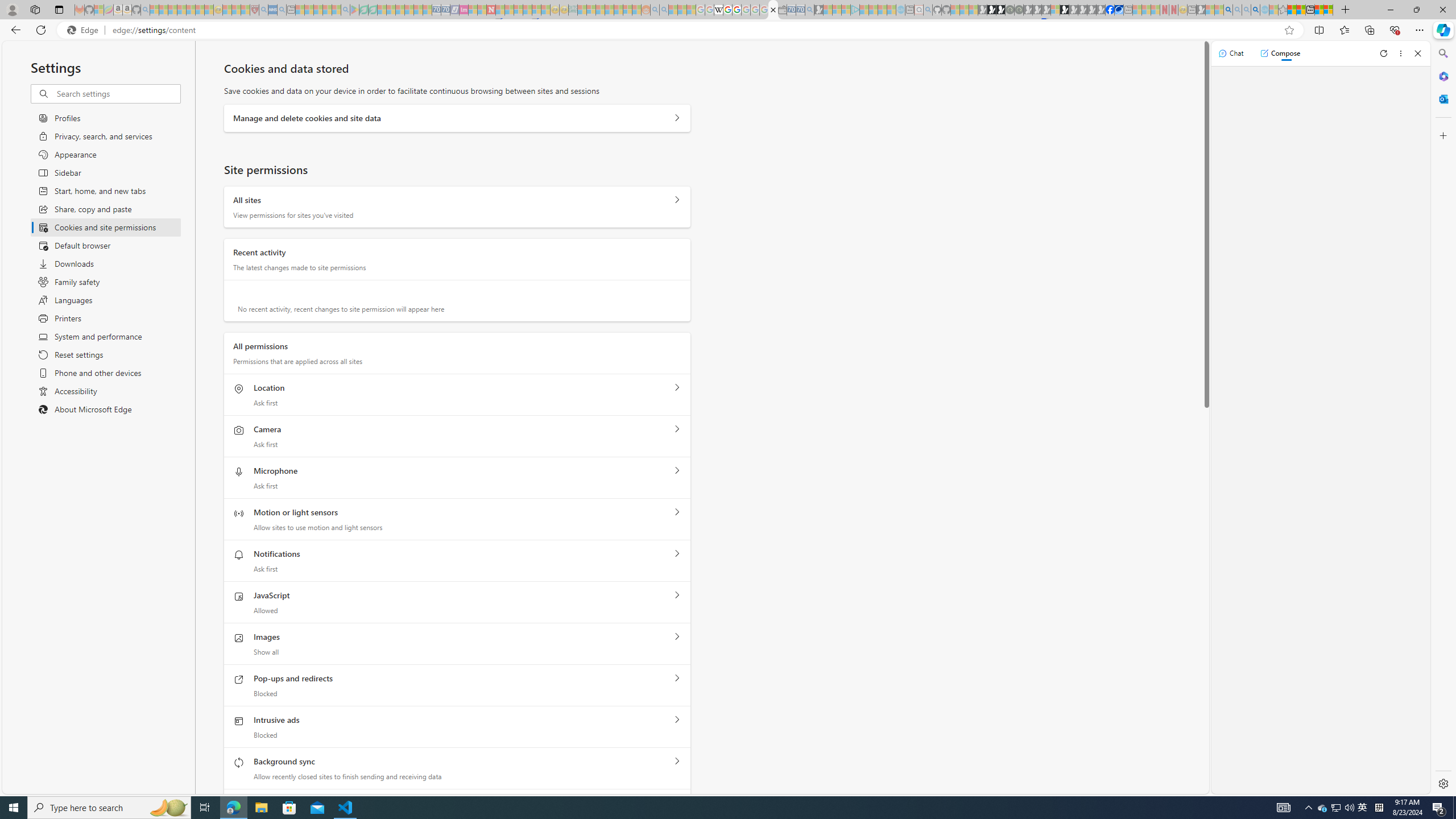 This screenshot has height=819, width=1456. What do you see at coordinates (1228, 9) in the screenshot?
I see `'Bing AI - Search'` at bounding box center [1228, 9].